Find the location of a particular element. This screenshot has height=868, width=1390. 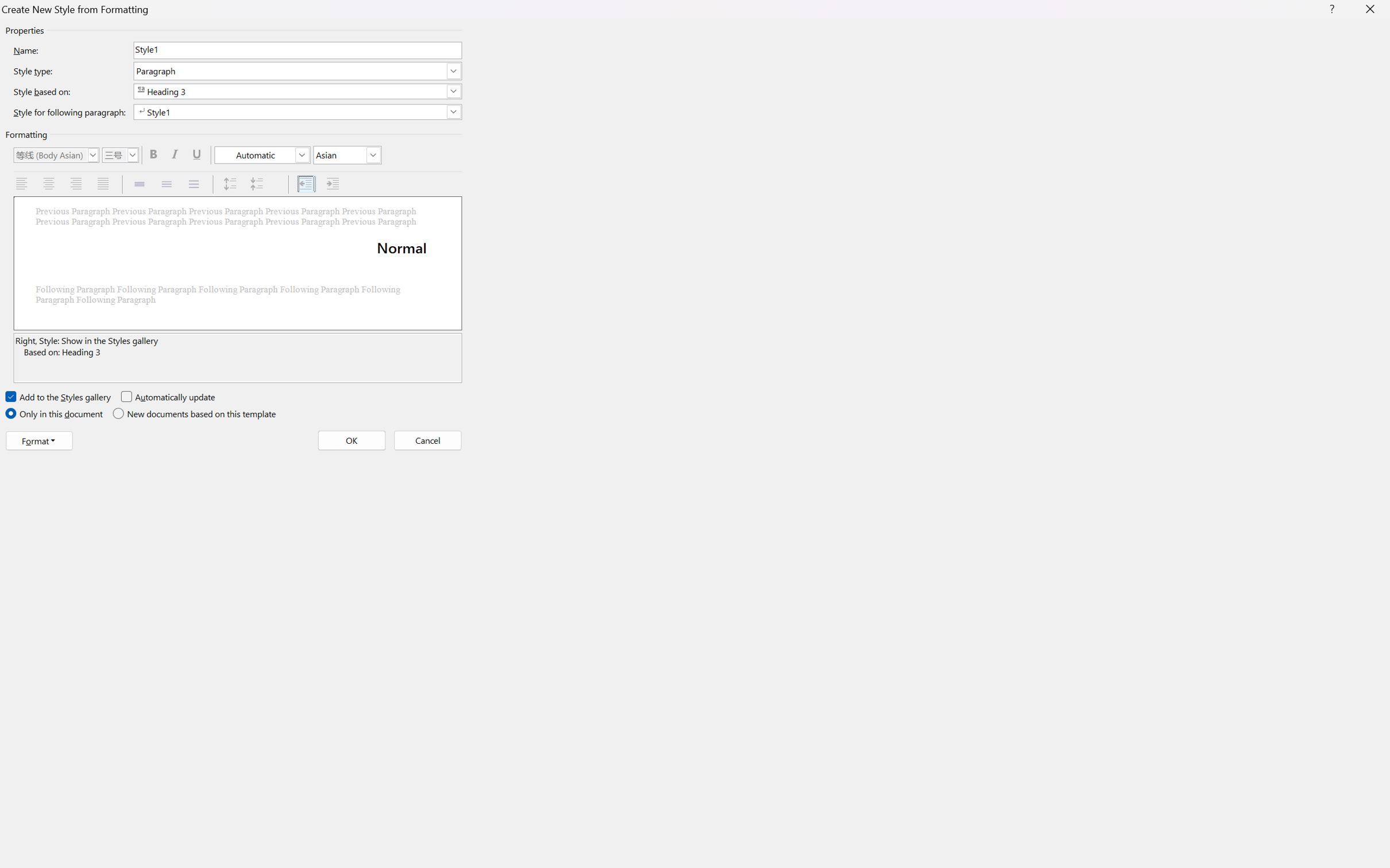

'Italic' is located at coordinates (176, 154).